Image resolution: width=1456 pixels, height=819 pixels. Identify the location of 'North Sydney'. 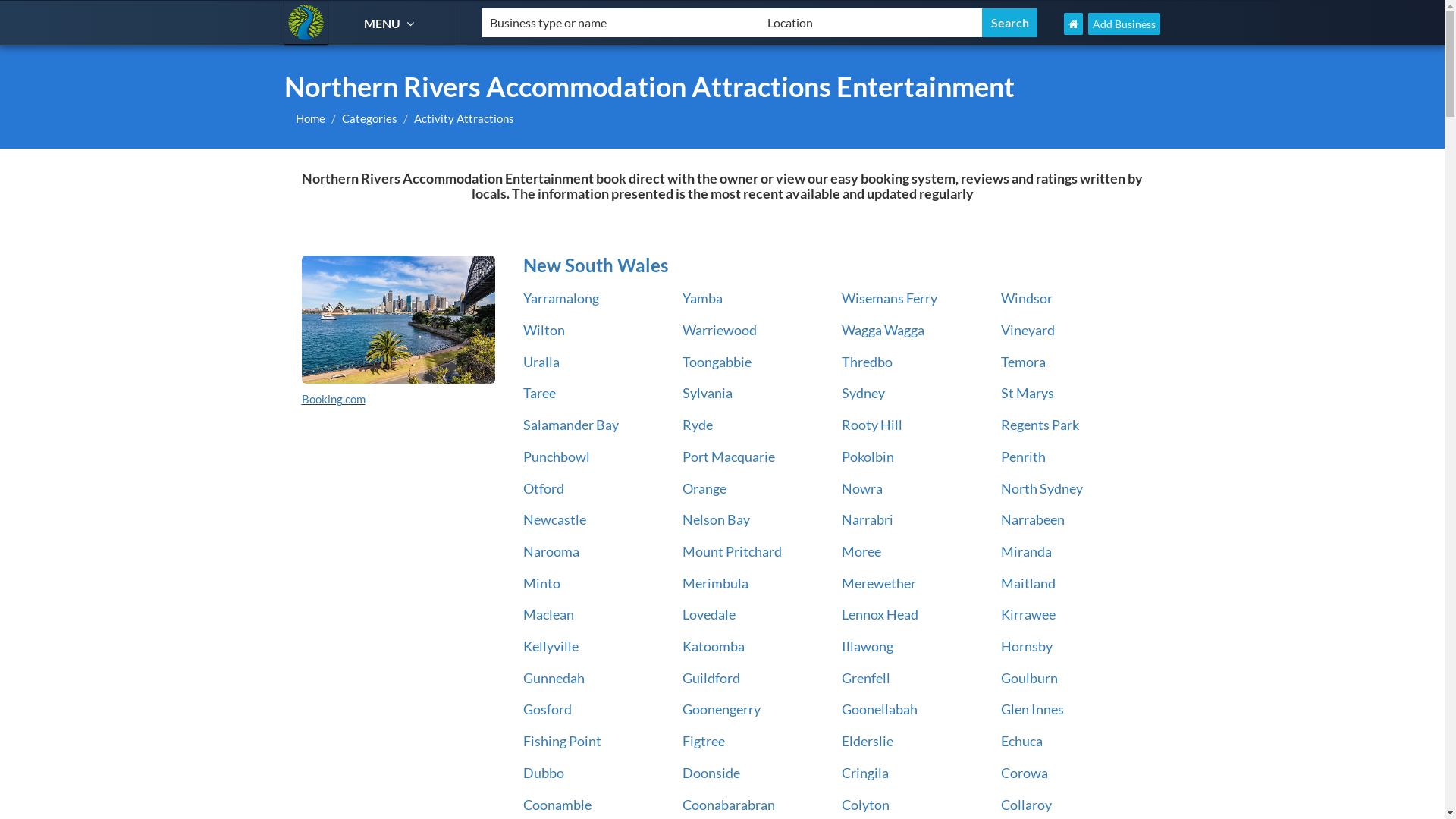
(1040, 488).